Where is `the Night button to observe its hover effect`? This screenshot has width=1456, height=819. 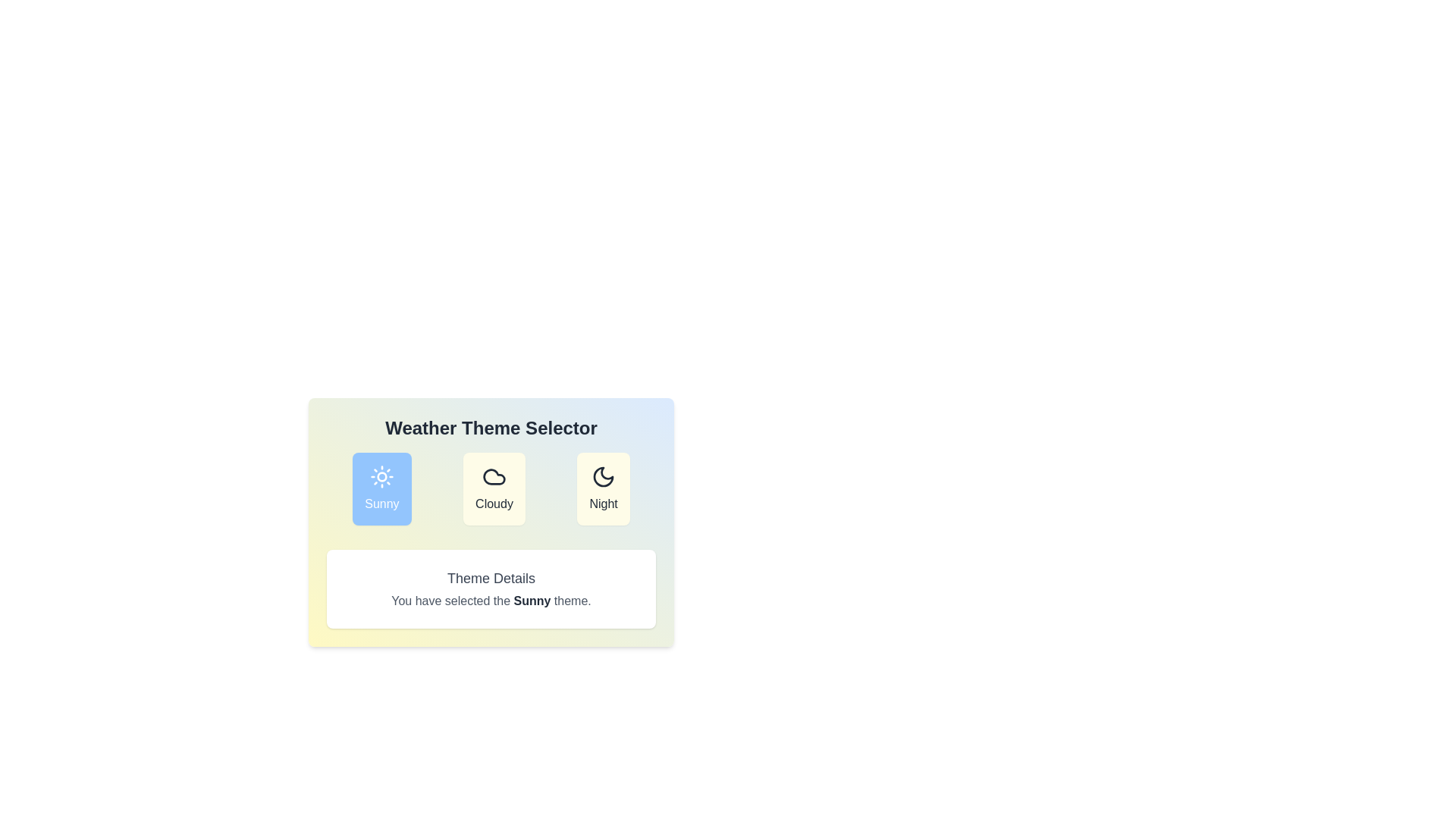 the Night button to observe its hover effect is located at coordinates (603, 488).